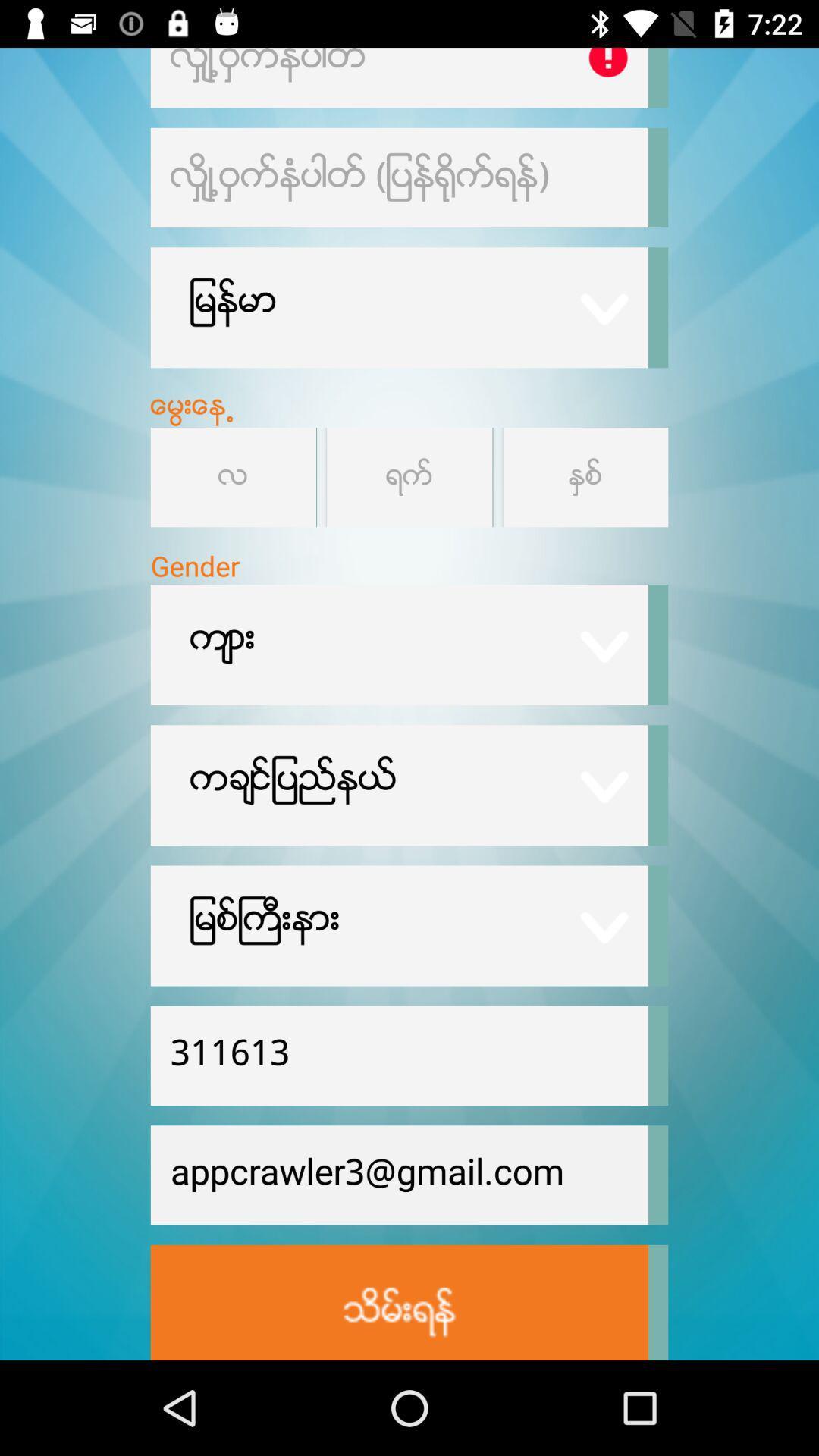 This screenshot has width=819, height=1456. Describe the element at coordinates (398, 77) in the screenshot. I see `change a profile setting` at that location.